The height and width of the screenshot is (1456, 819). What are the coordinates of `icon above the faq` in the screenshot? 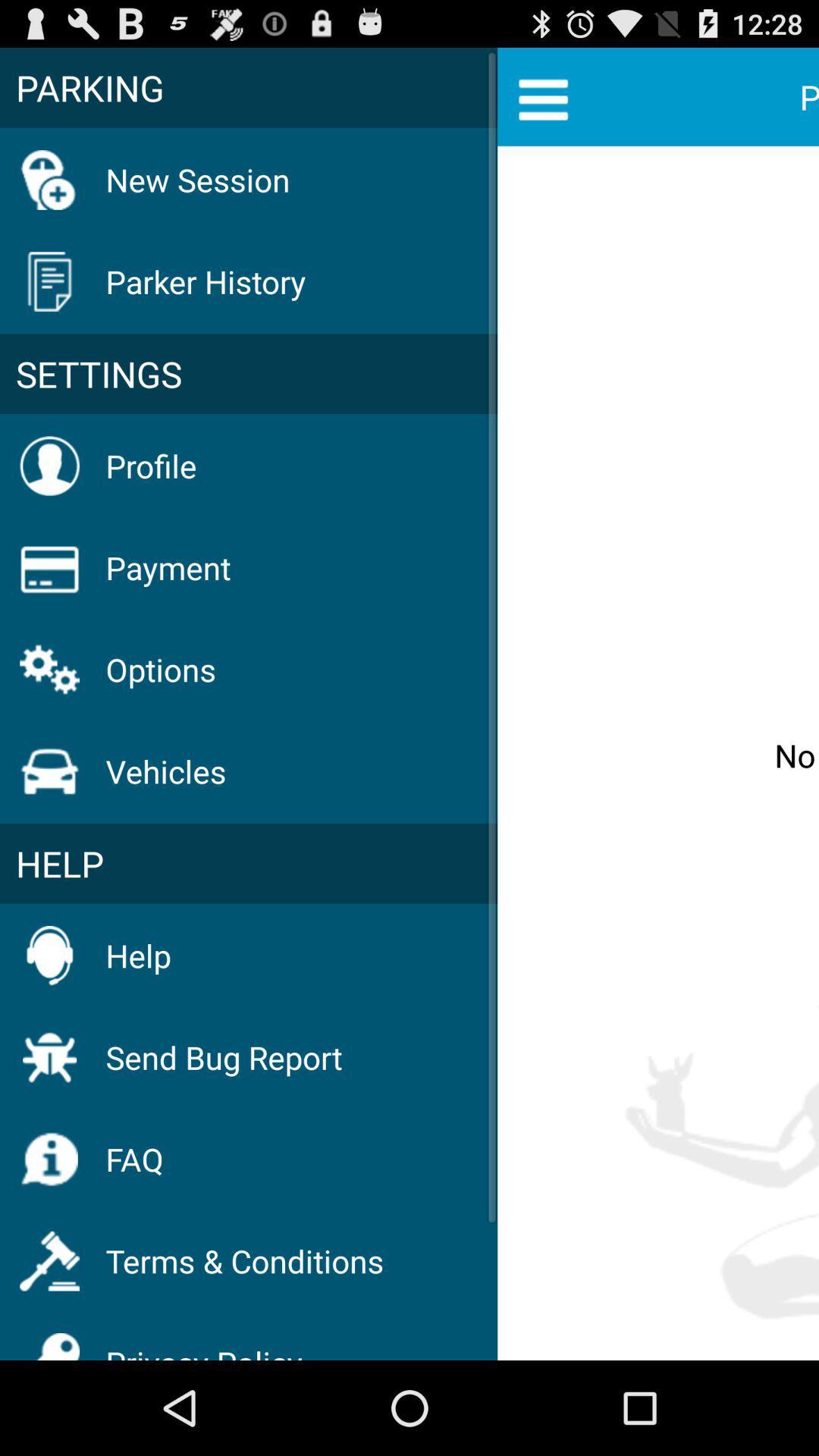 It's located at (224, 1056).